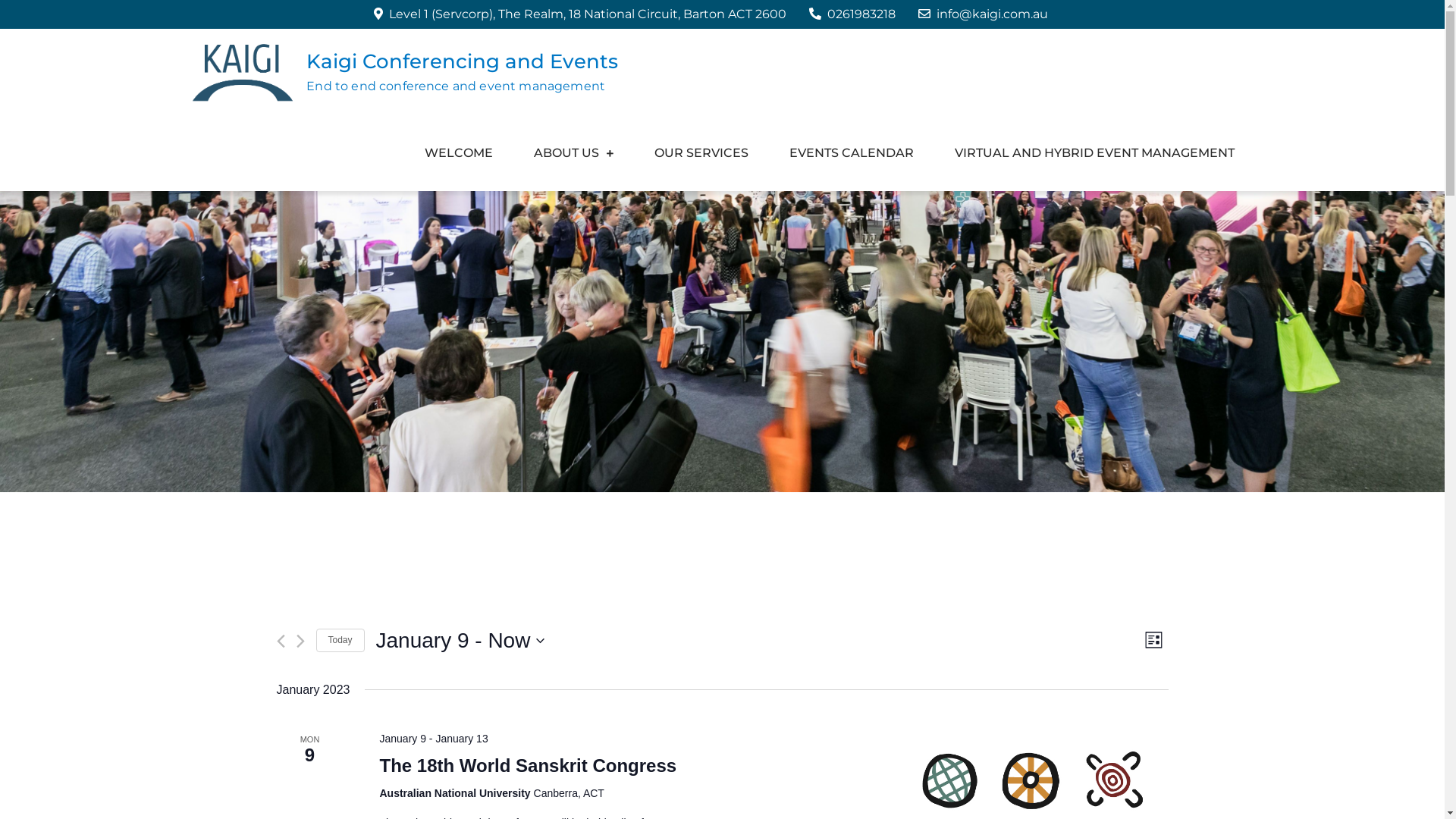 The image size is (1456, 819). I want to click on 'ABOUT US', so click(513, 152).